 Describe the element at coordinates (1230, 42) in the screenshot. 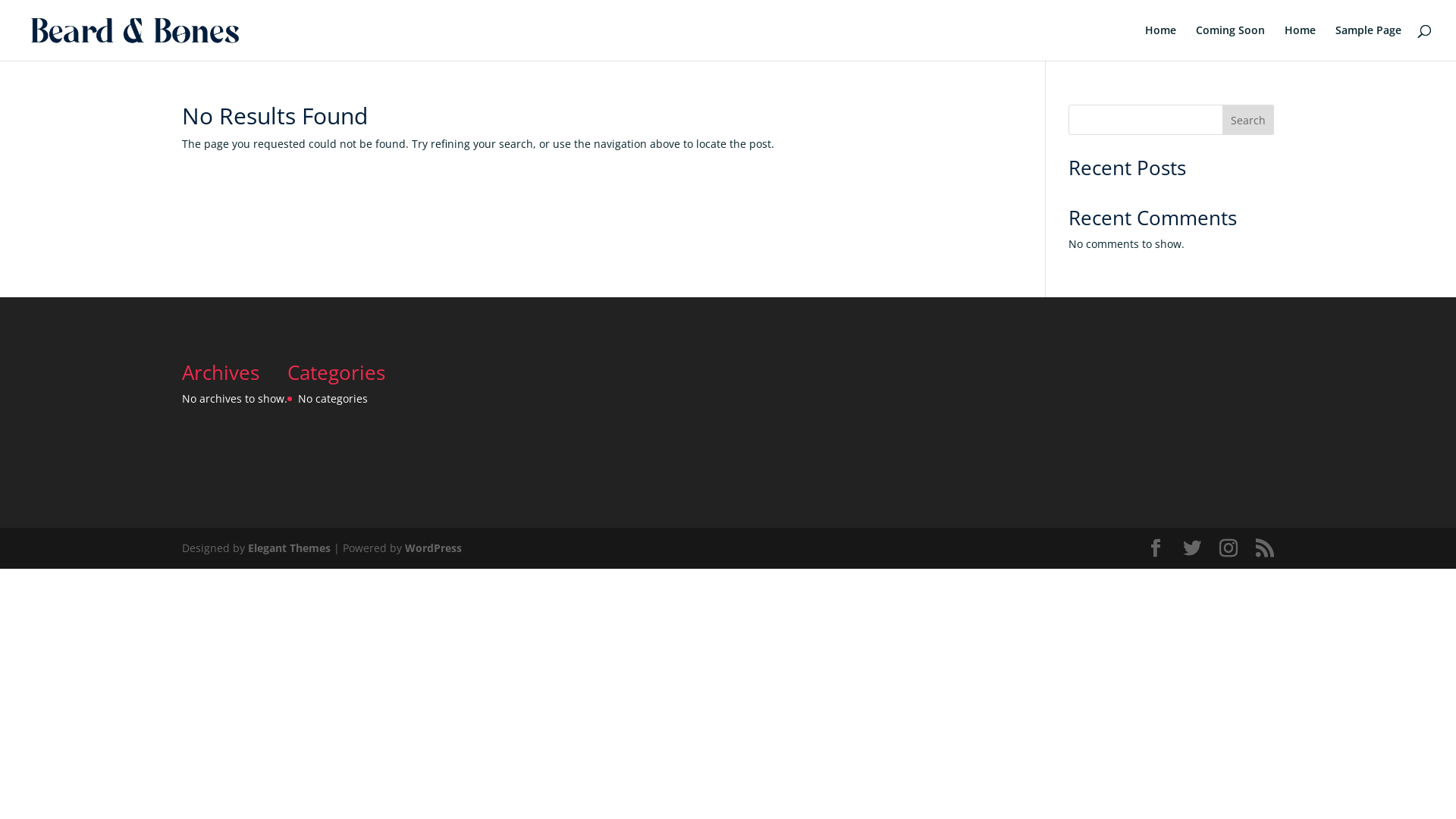

I see `'Coming Soon'` at that location.